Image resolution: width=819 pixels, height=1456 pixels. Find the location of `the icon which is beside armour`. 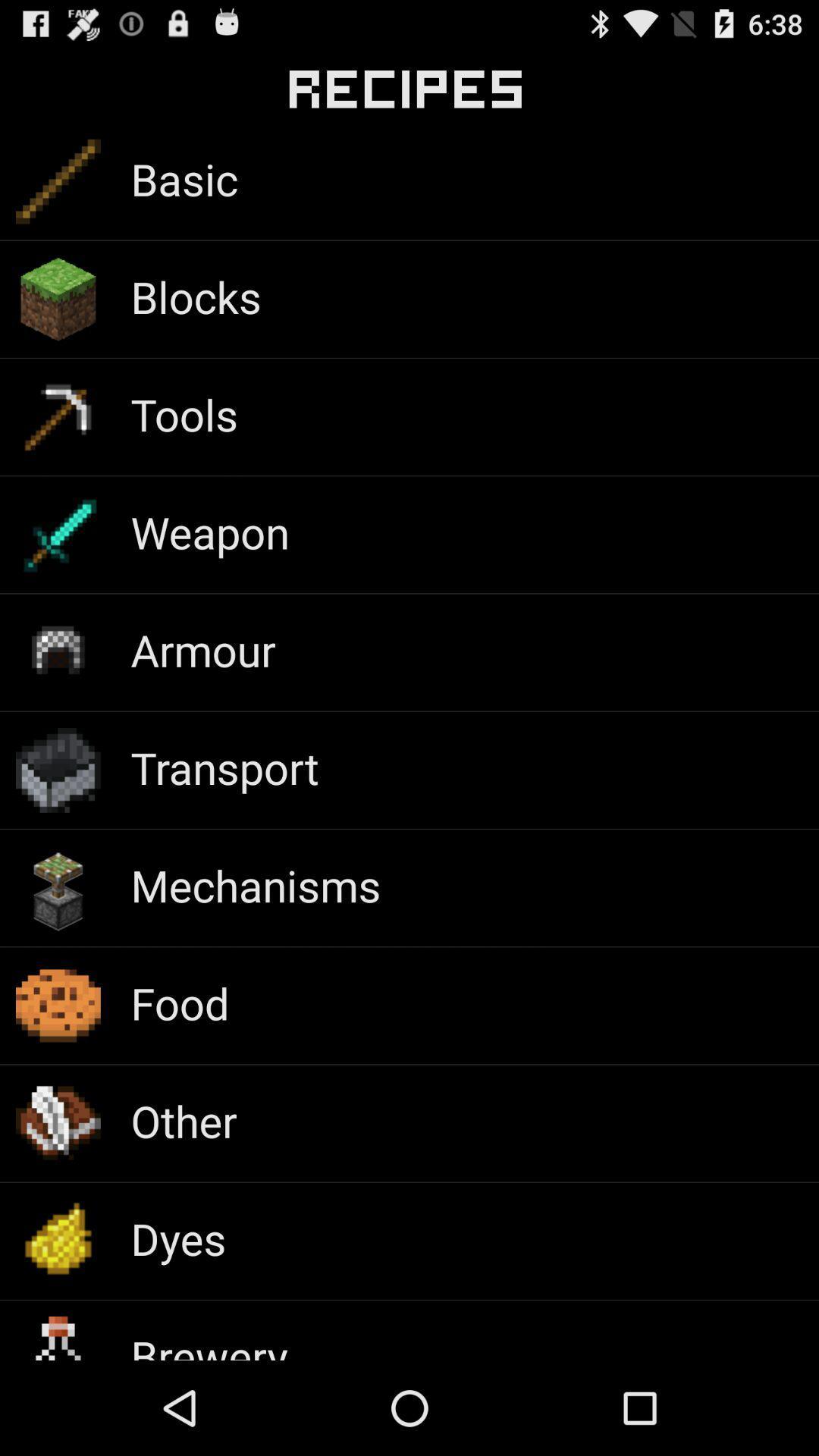

the icon which is beside armour is located at coordinates (58, 652).